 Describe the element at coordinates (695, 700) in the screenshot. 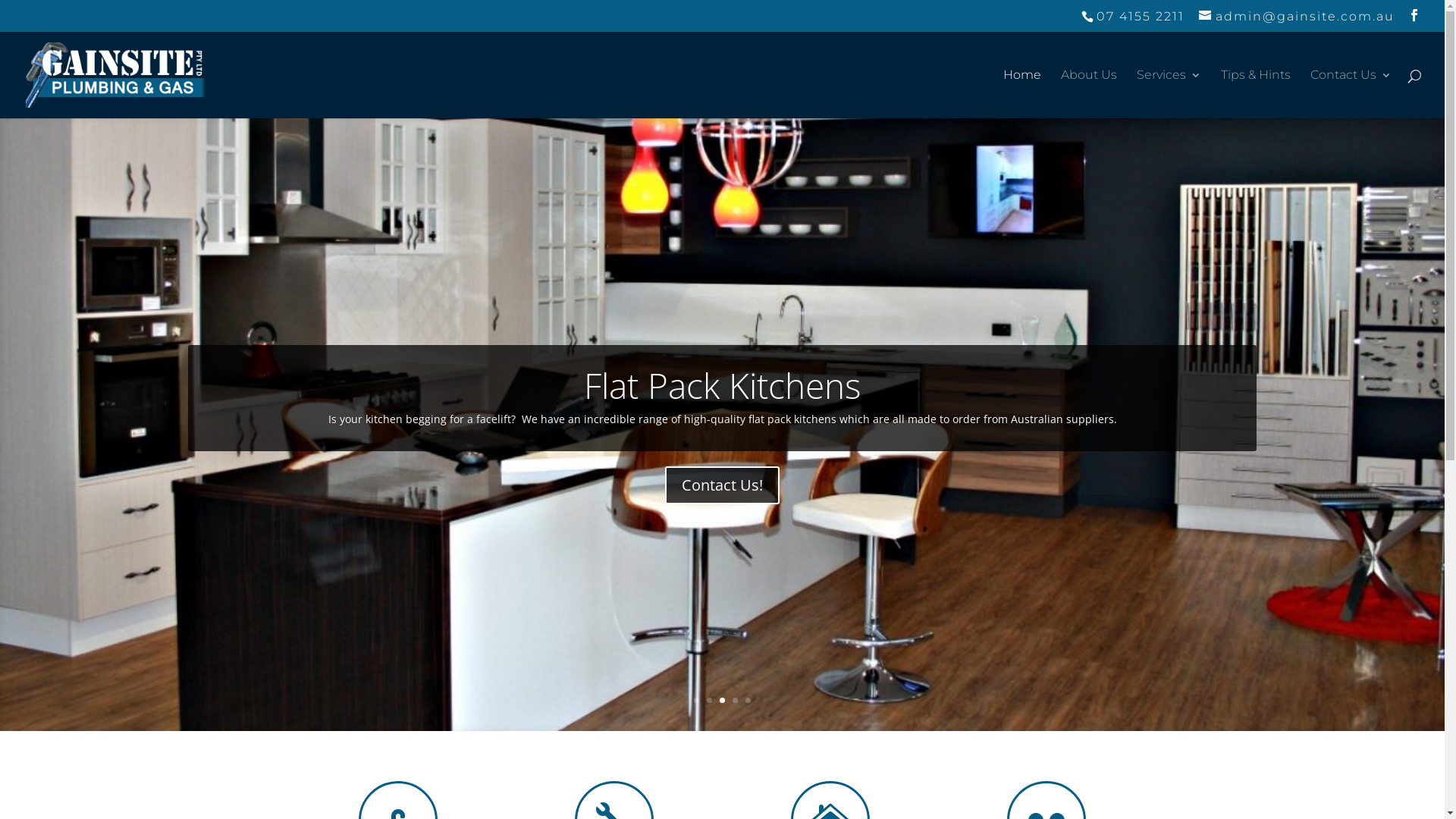

I see `'1'` at that location.